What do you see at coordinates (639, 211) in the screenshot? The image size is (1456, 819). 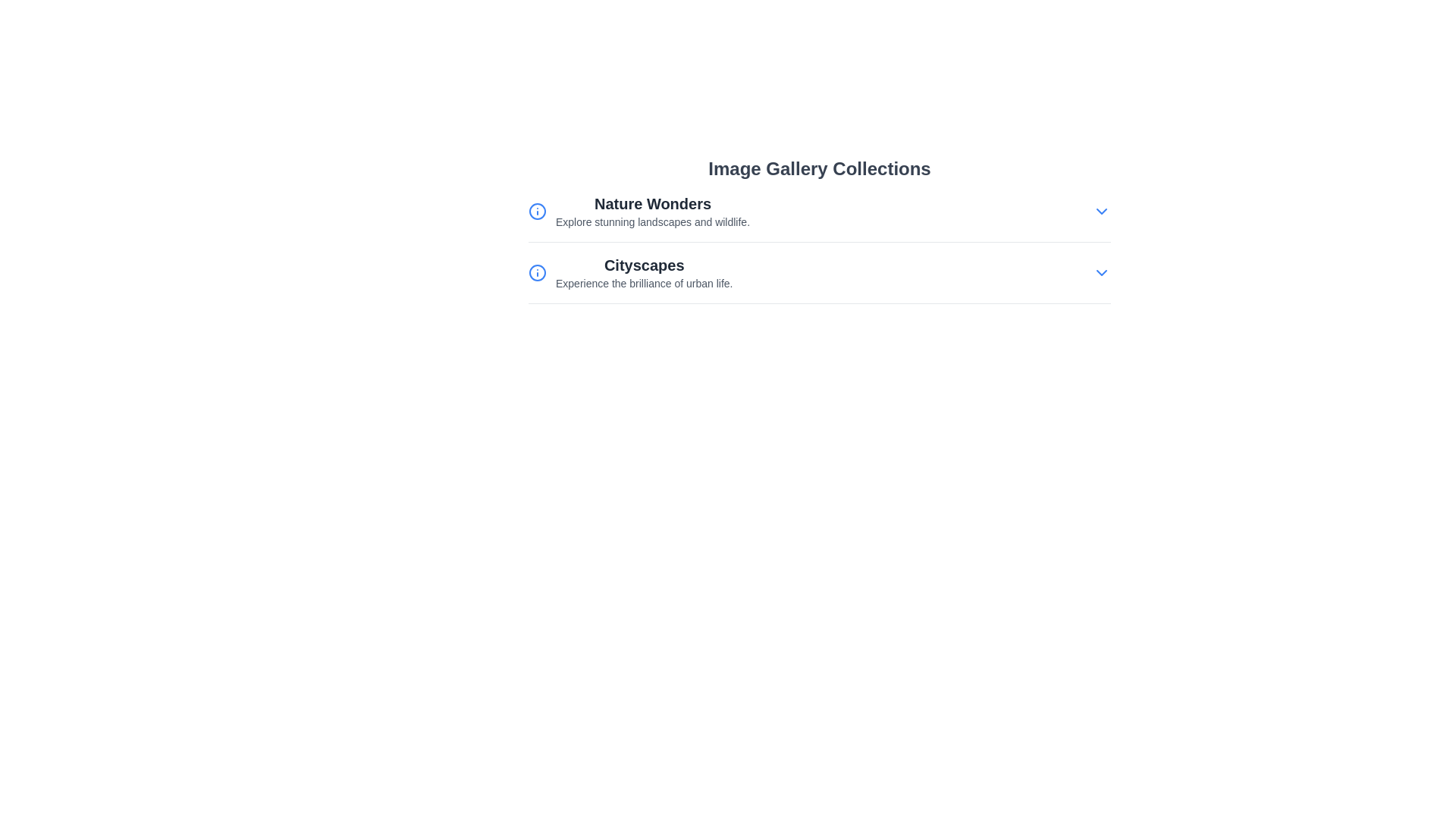 I see `the first CategoryCard representing a collection of nature and wildlife images, located just below the 'Image Gallery Collections' title` at bounding box center [639, 211].